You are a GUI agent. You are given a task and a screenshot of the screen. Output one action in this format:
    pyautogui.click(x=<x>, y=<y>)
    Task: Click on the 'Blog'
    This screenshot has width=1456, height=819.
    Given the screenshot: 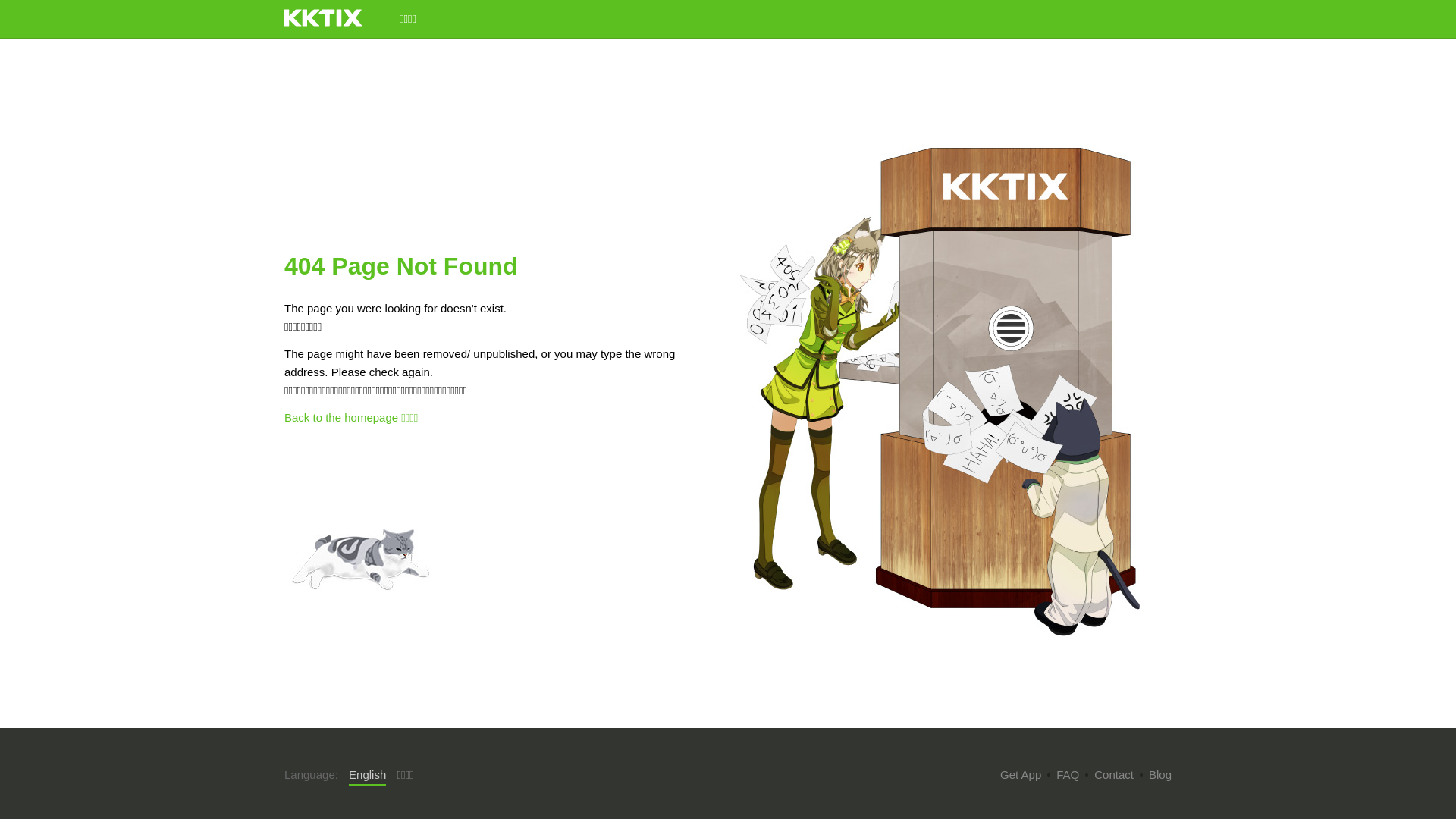 What is the action you would take?
    pyautogui.click(x=1159, y=774)
    